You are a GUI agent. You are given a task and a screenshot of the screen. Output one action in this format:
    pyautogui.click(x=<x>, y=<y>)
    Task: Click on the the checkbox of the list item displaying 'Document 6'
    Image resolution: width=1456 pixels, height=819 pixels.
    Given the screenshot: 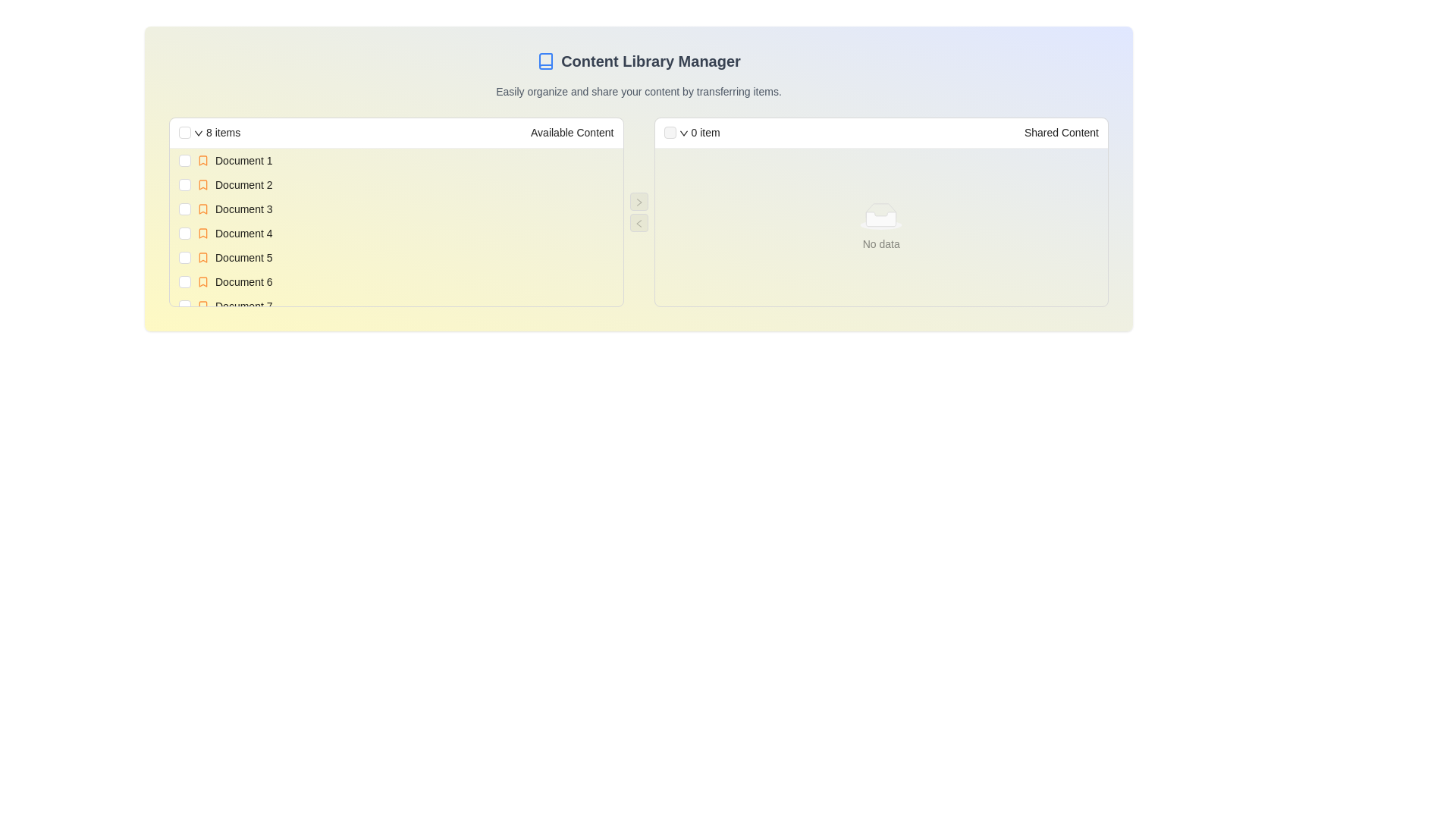 What is the action you would take?
    pyautogui.click(x=396, y=281)
    